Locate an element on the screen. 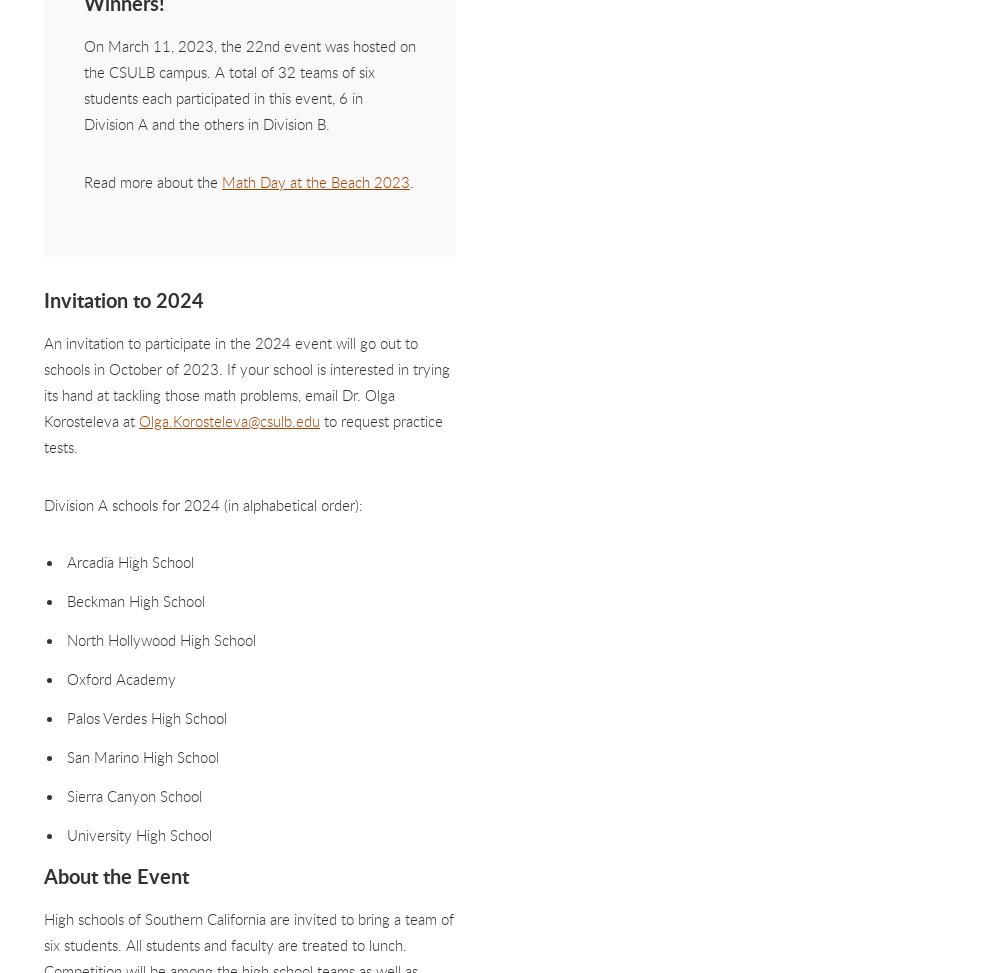  'Math Day at the Beach 2023' is located at coordinates (221, 180).